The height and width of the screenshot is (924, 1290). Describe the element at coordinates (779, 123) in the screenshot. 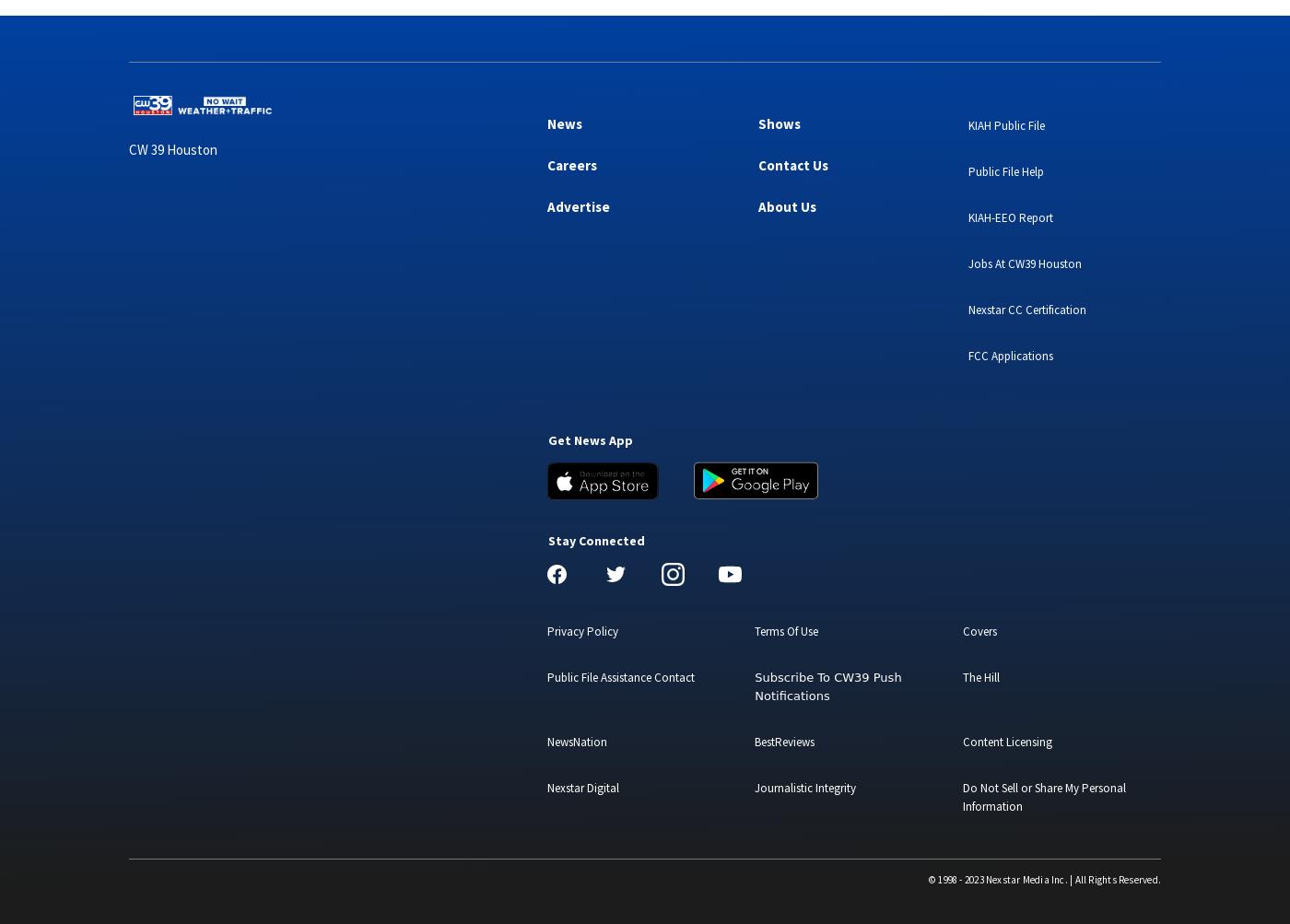

I see `'Shows'` at that location.